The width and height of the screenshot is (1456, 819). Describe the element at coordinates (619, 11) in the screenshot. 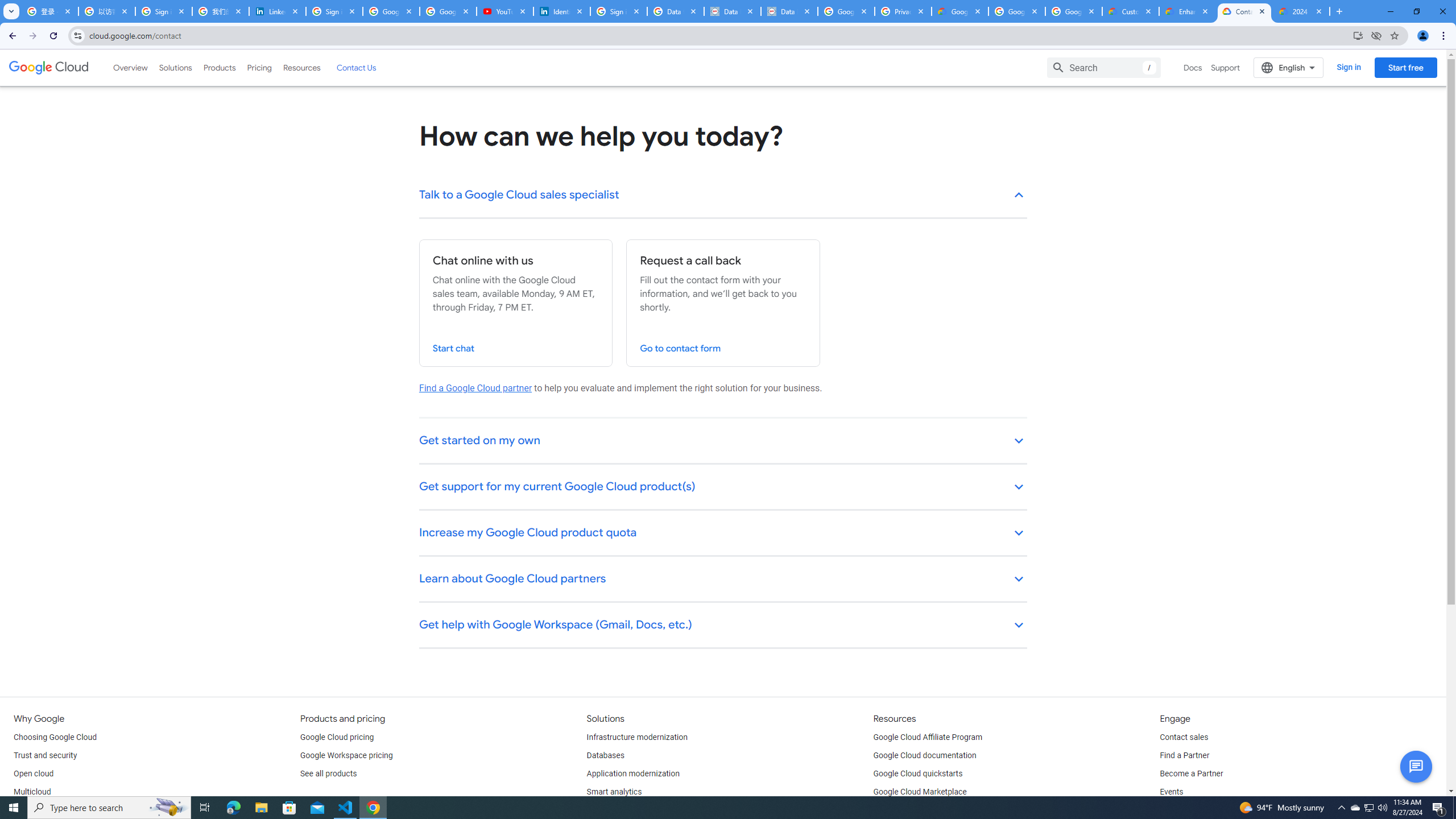

I see `'Sign in - Google Accounts'` at that location.